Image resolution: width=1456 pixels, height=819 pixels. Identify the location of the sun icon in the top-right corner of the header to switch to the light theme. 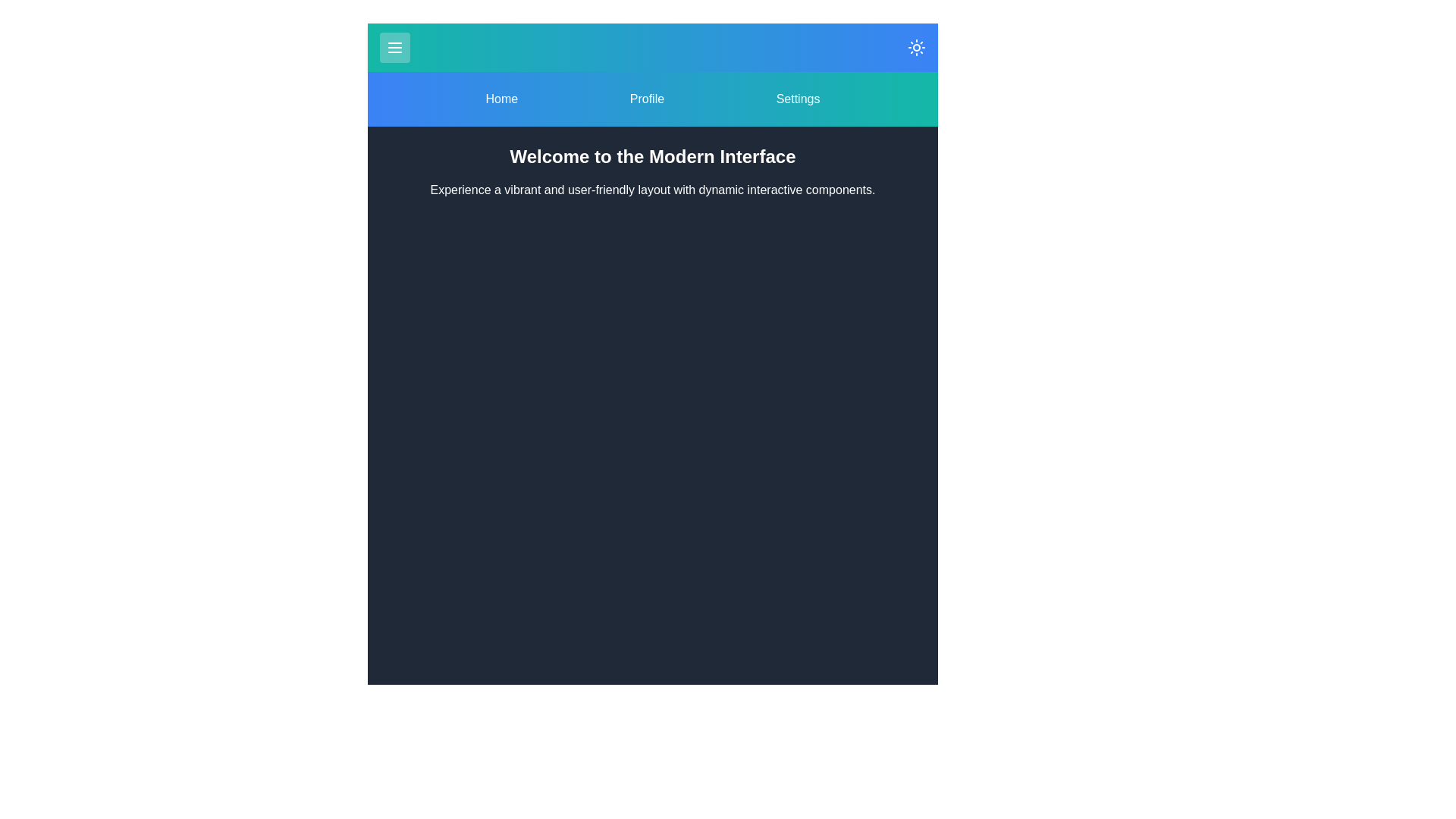
(916, 46).